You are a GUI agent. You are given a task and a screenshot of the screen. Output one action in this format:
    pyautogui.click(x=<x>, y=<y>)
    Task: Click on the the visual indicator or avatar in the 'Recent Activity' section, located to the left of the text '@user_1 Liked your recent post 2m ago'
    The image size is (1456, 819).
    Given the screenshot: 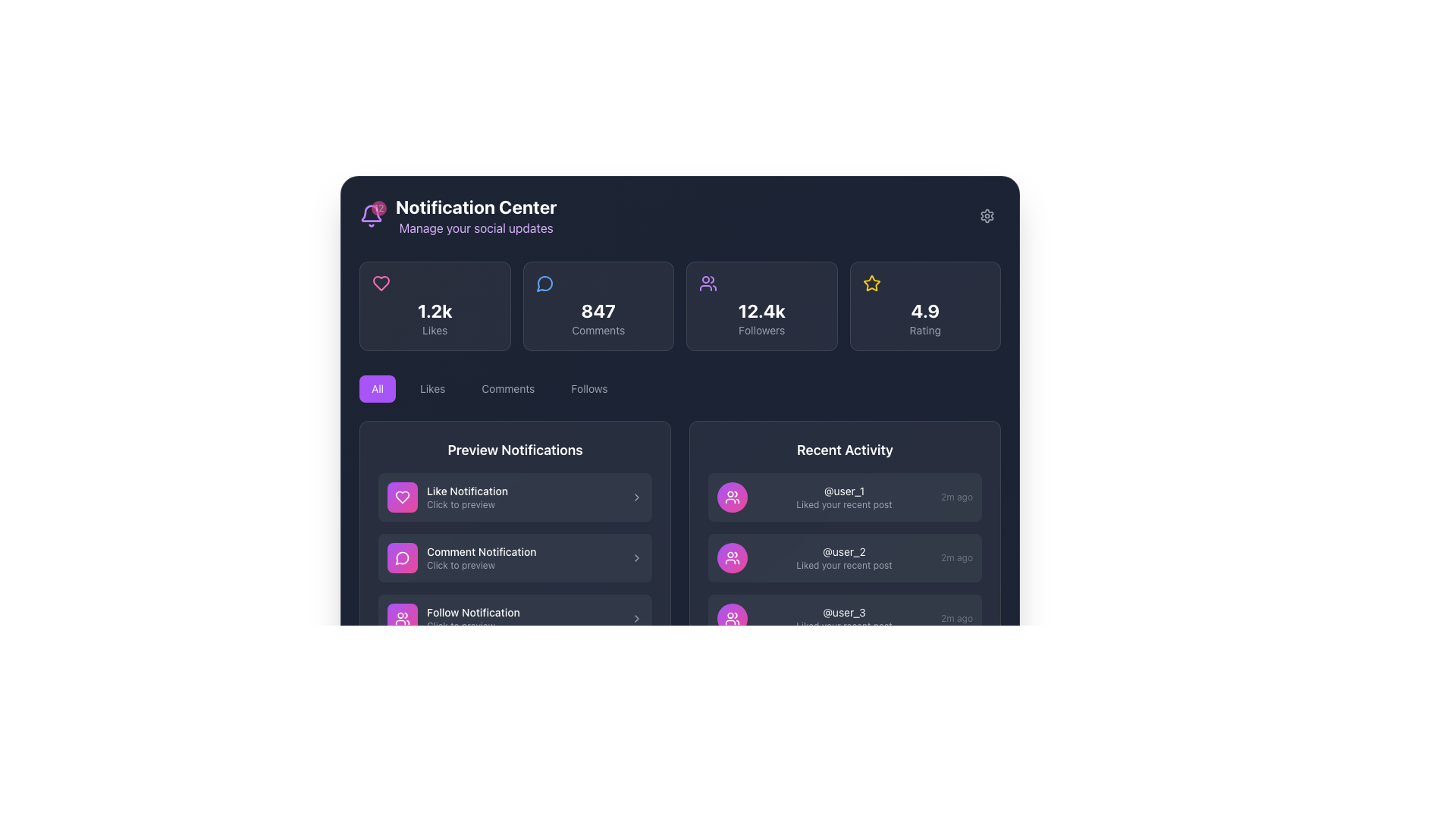 What is the action you would take?
    pyautogui.click(x=732, y=497)
    